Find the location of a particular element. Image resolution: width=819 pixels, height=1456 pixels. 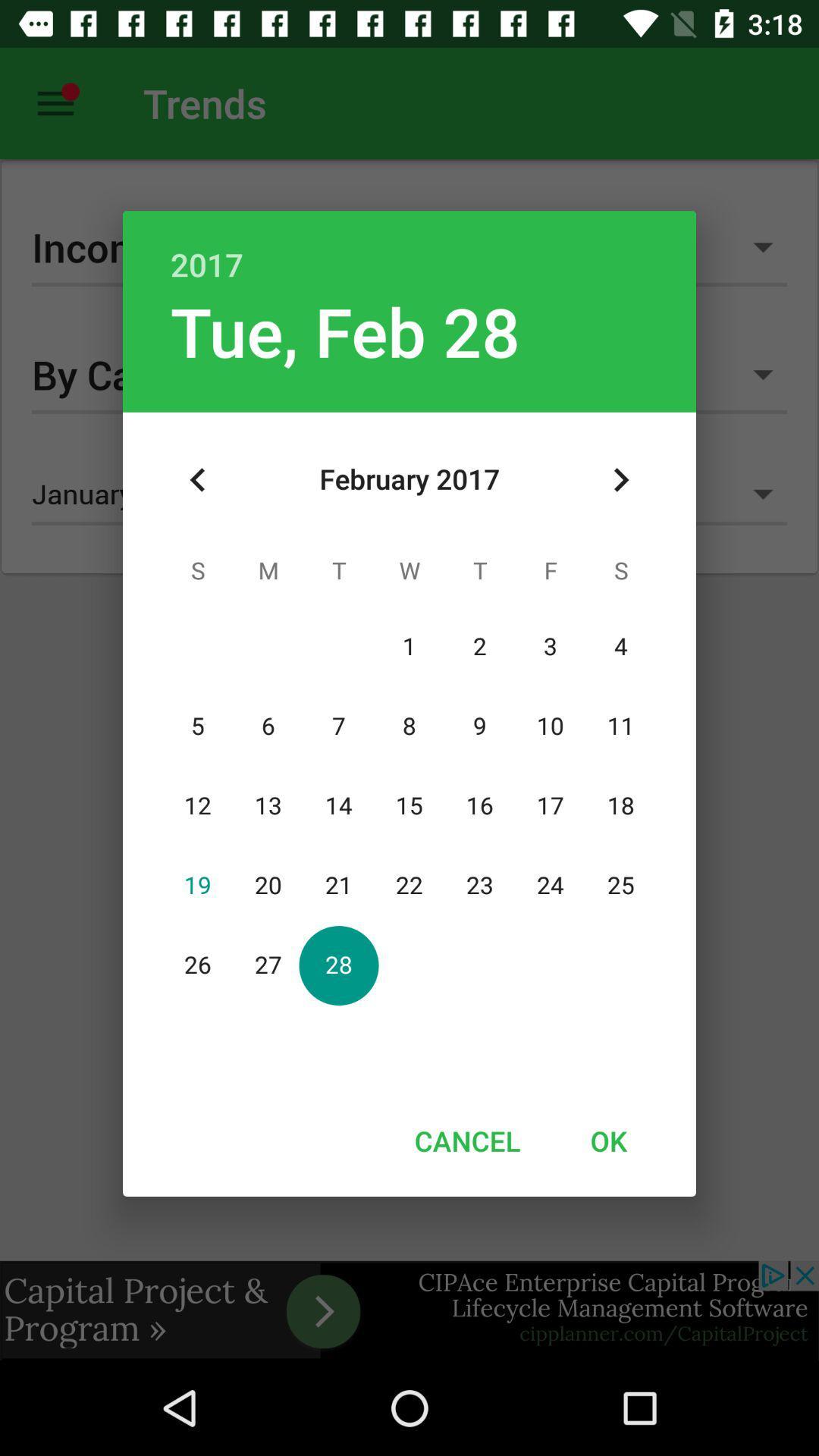

the item next to cancel item is located at coordinates (607, 1141).